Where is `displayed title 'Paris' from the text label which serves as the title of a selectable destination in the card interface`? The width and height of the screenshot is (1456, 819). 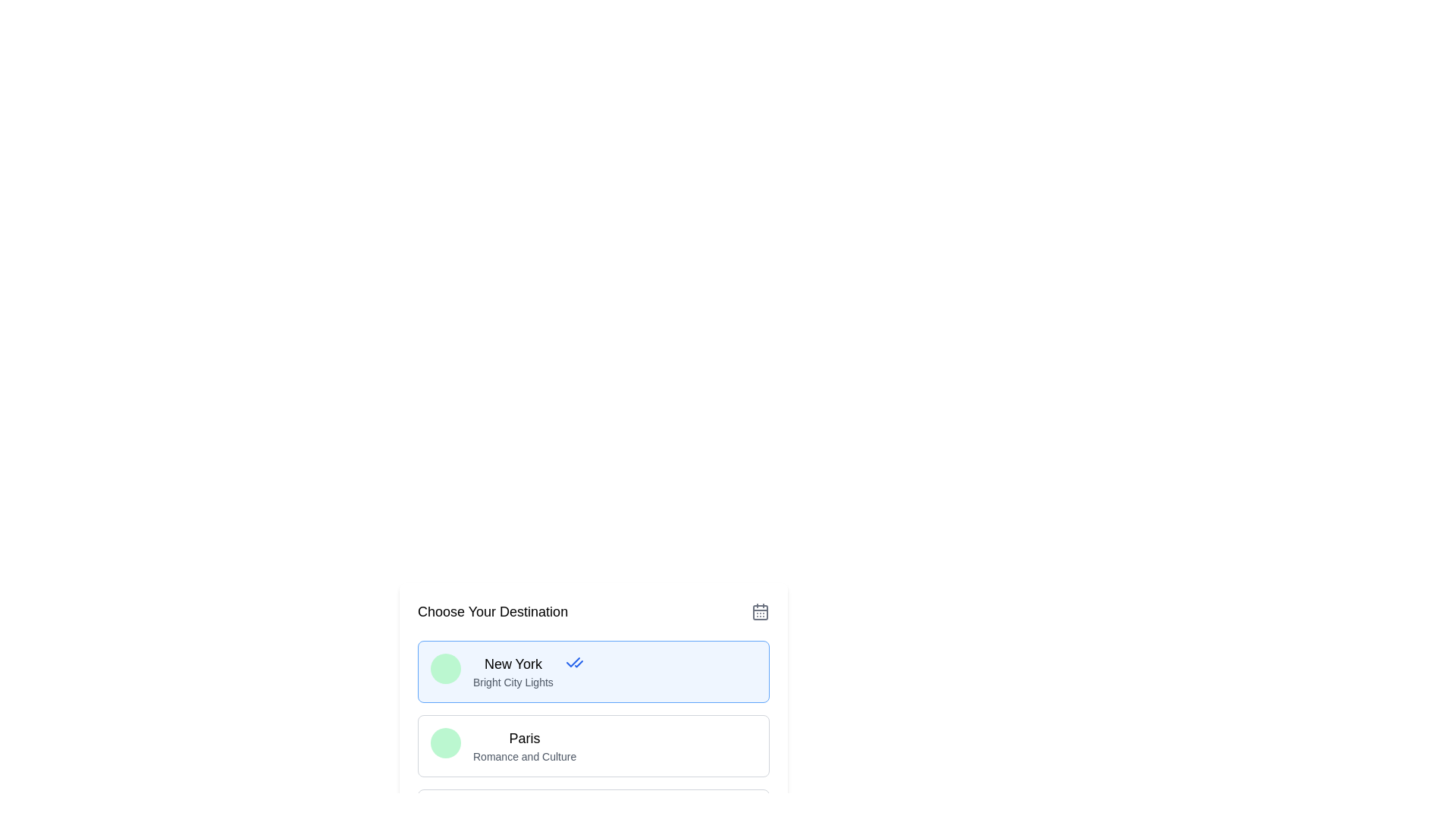 displayed title 'Paris' from the text label which serves as the title of a selectable destination in the card interface is located at coordinates (525, 738).